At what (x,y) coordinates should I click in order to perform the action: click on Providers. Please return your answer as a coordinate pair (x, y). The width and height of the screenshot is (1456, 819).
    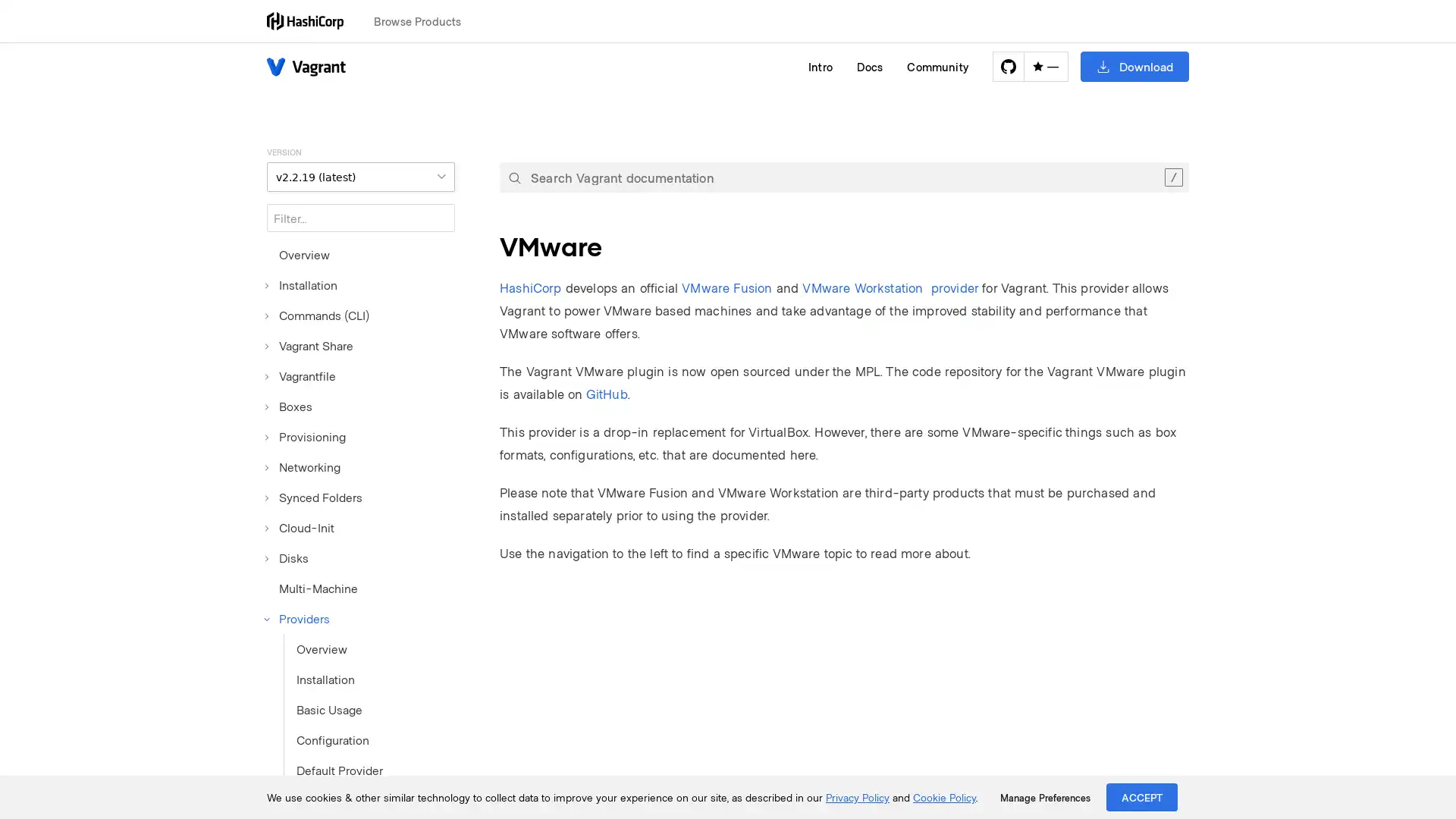
    Looking at the image, I should click on (298, 619).